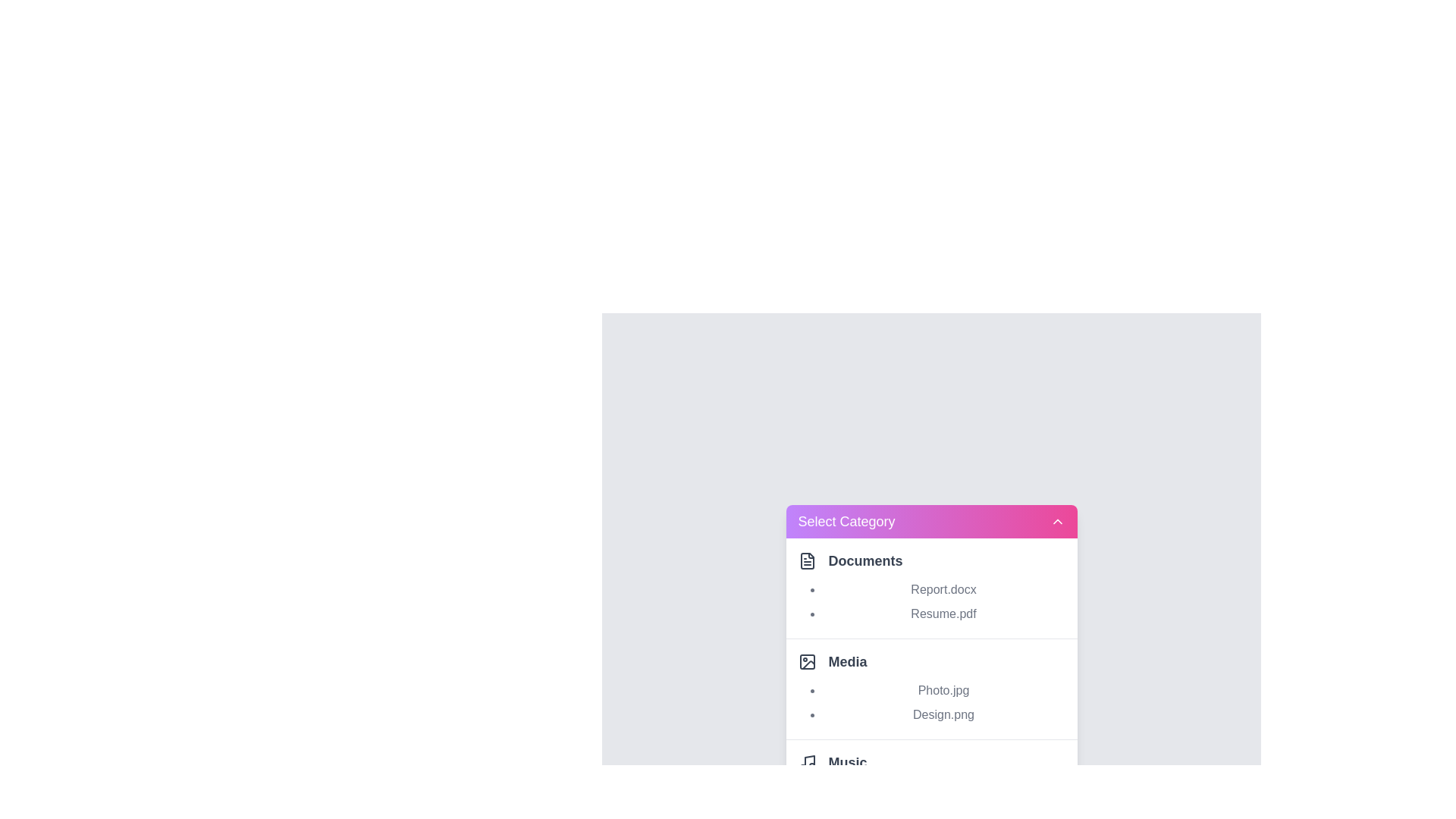 Image resolution: width=1456 pixels, height=819 pixels. Describe the element at coordinates (847, 661) in the screenshot. I see `the 'Media' text label, which is styled in bold and large sans-serif font` at that location.